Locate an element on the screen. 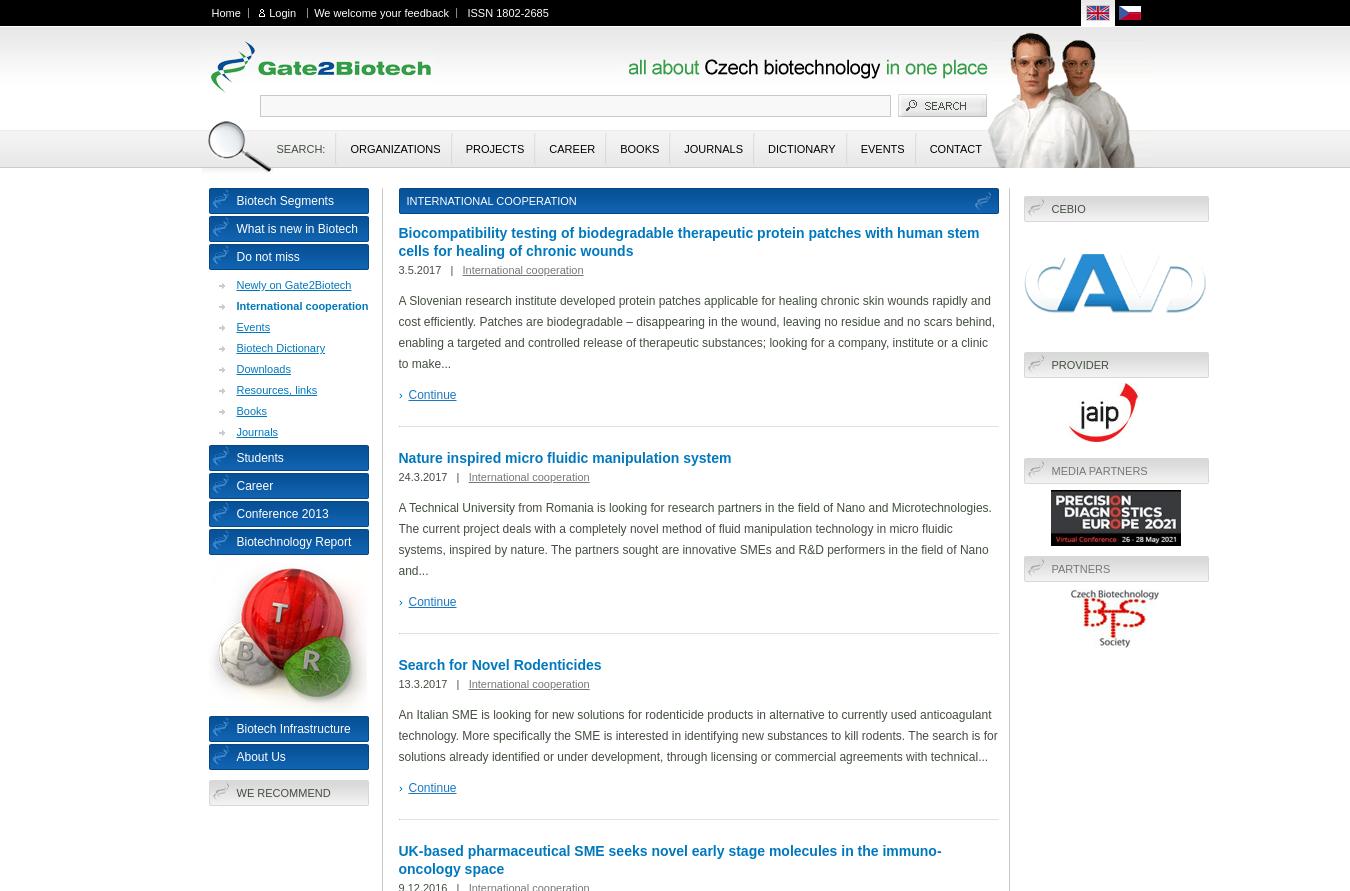 Image resolution: width=1350 pixels, height=891 pixels. 'Provider' is located at coordinates (1079, 365).